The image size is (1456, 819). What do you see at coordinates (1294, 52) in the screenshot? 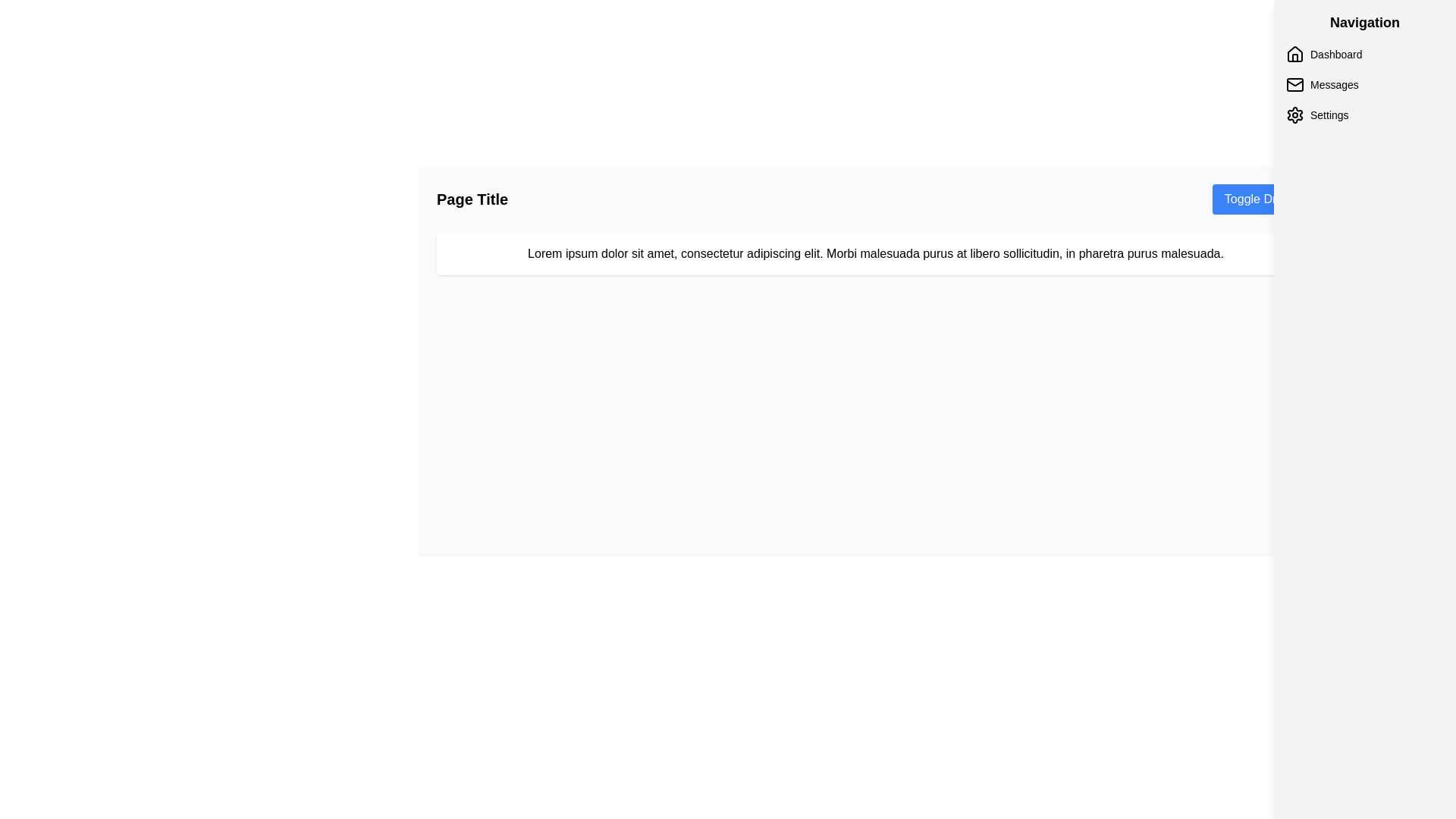
I see `the home icon graphical component located in the navigation sidebar, represented by a house outline with a triangular roof and a rectangular base` at bounding box center [1294, 52].